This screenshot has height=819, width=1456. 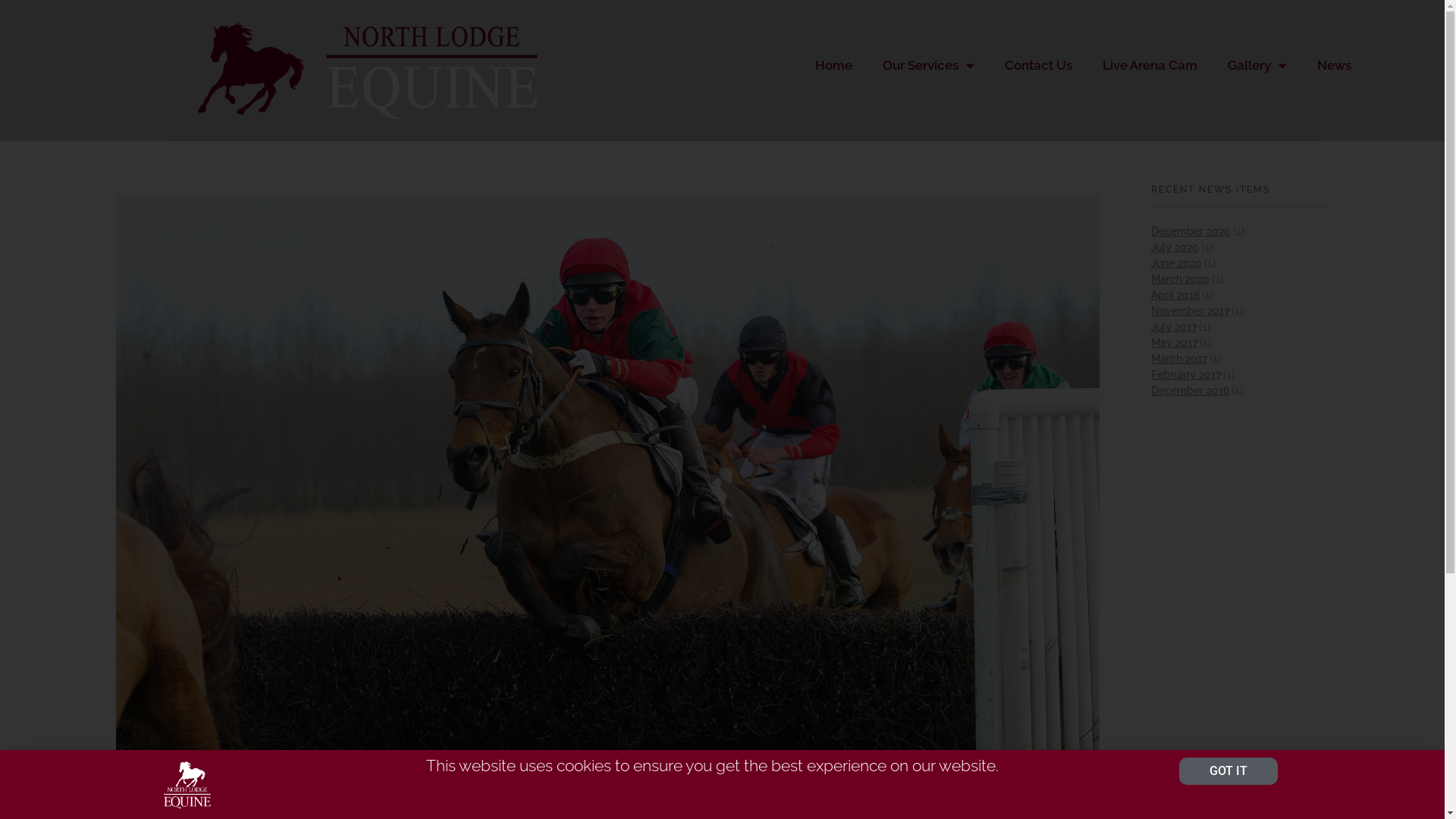 I want to click on 'Contact Us', so click(x=990, y=64).